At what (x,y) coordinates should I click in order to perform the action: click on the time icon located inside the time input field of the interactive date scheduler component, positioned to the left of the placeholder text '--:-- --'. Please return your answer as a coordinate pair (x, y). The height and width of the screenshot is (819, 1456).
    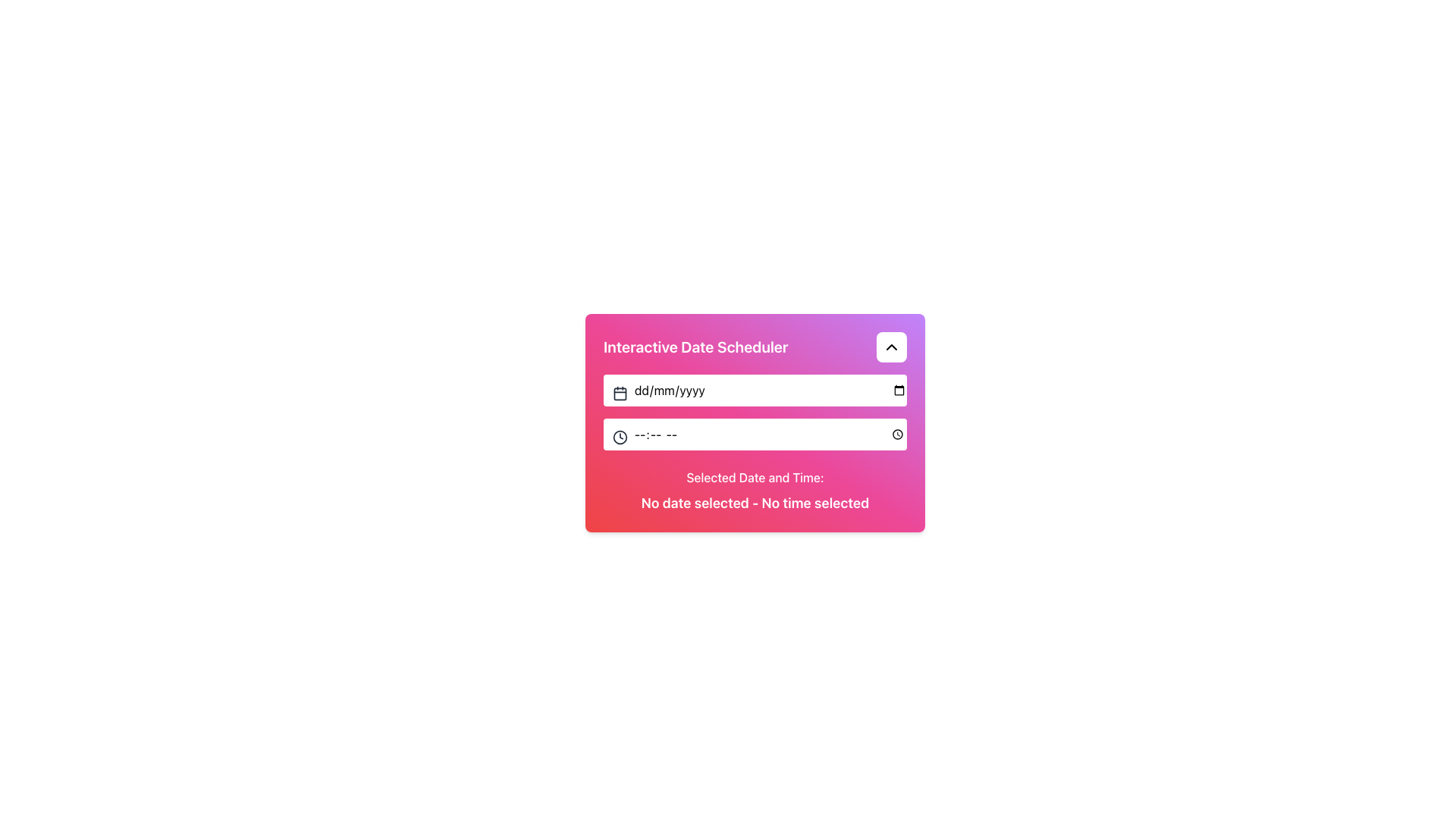
    Looking at the image, I should click on (620, 436).